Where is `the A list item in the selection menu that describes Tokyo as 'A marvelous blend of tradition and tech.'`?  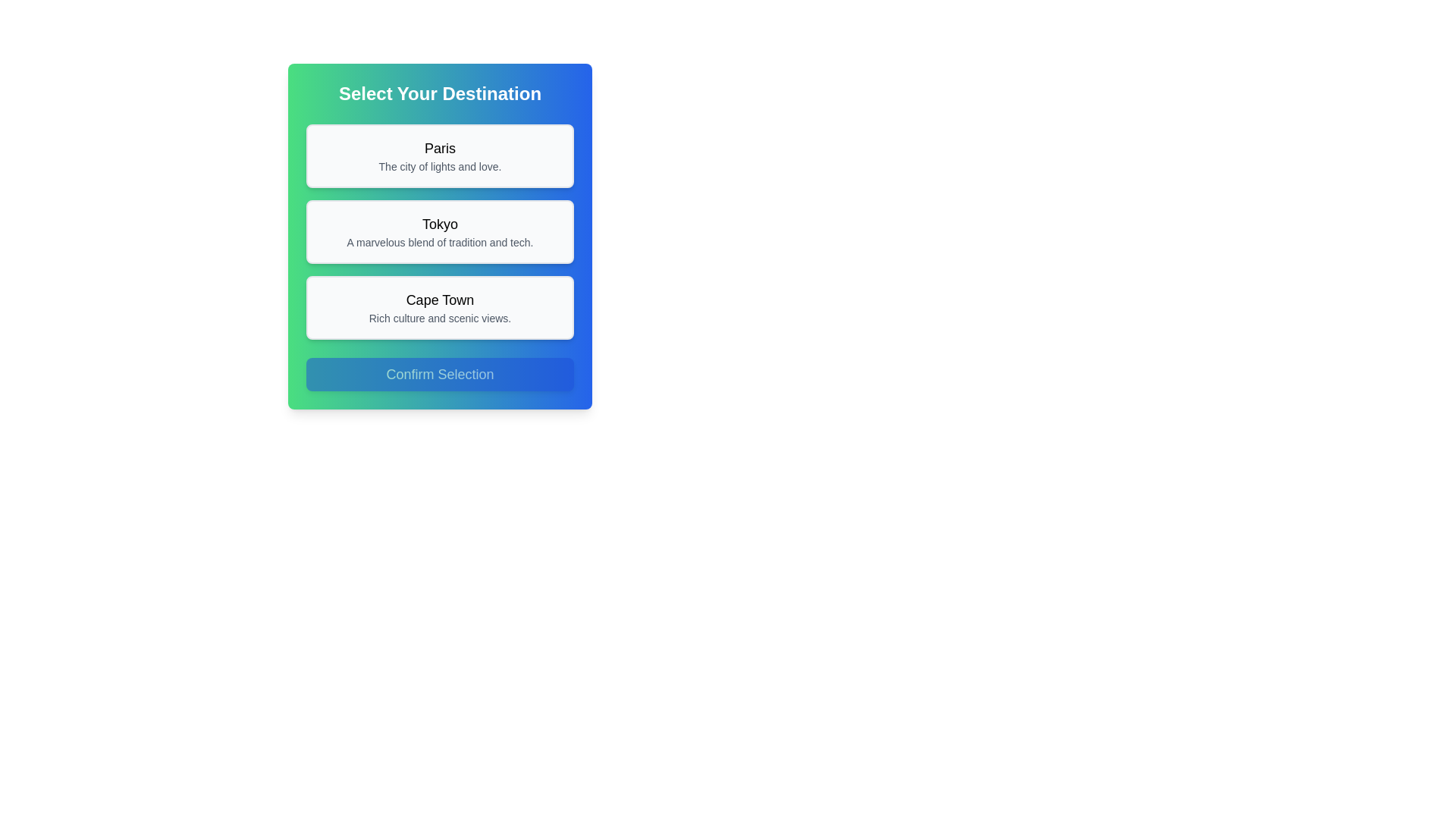
the A list item in the selection menu that describes Tokyo as 'A marvelous blend of tradition and tech.' is located at coordinates (439, 231).